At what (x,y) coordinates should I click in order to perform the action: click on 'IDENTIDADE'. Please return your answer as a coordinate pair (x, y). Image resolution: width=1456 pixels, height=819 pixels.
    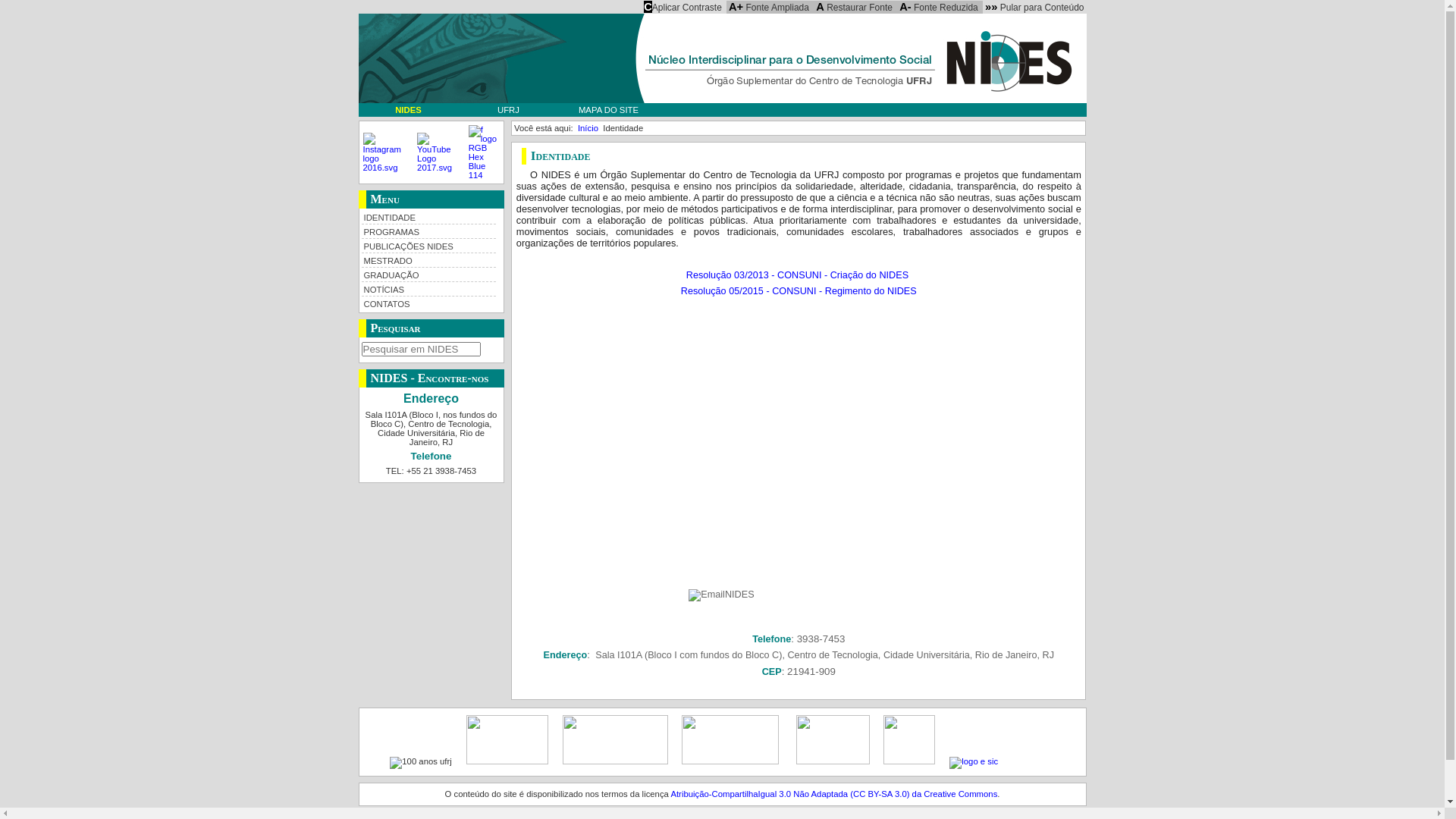
    Looking at the image, I should click on (428, 216).